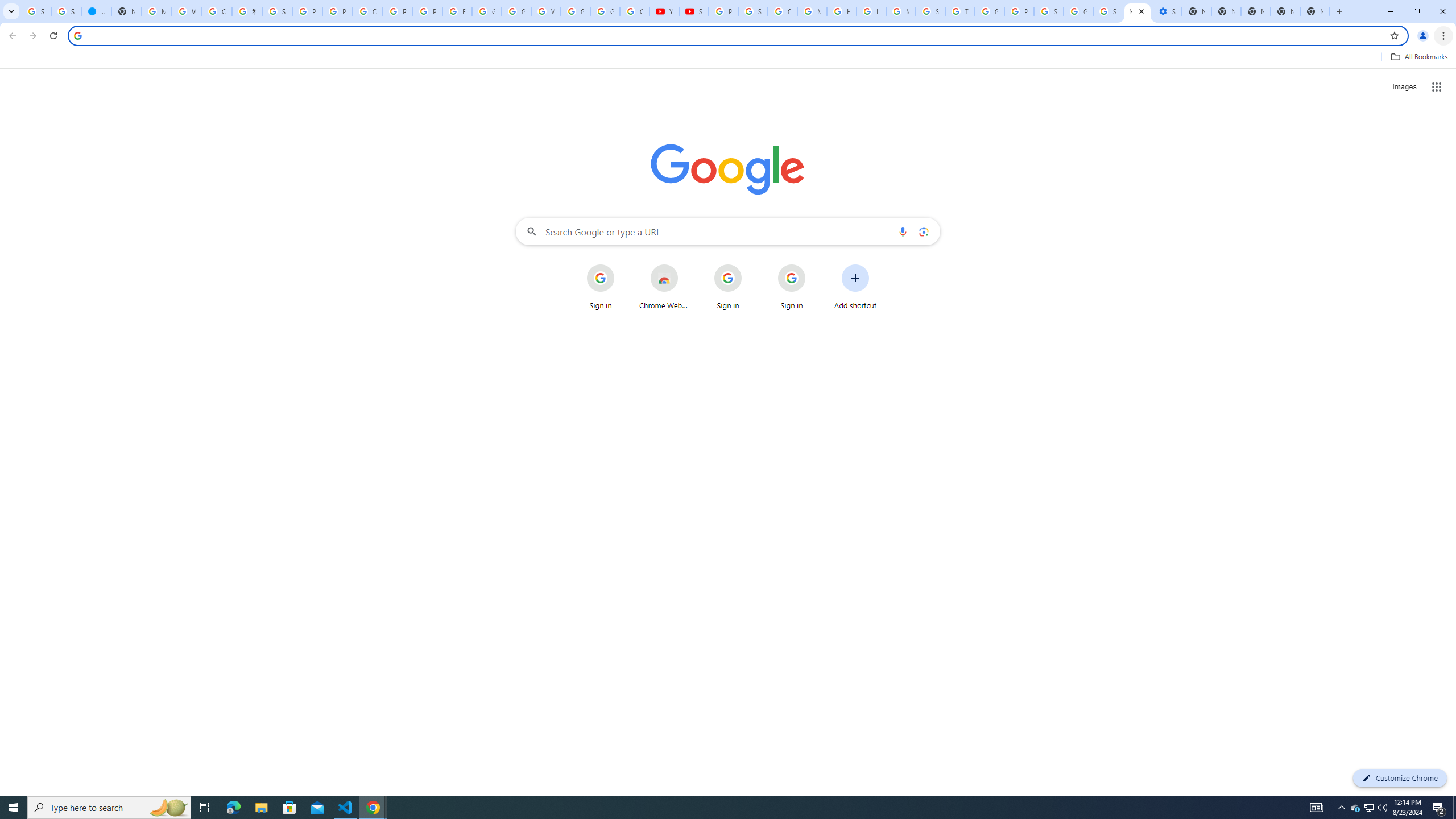 The width and height of the screenshot is (1456, 819). What do you see at coordinates (1166, 11) in the screenshot?
I see `'Settings - Performance'` at bounding box center [1166, 11].